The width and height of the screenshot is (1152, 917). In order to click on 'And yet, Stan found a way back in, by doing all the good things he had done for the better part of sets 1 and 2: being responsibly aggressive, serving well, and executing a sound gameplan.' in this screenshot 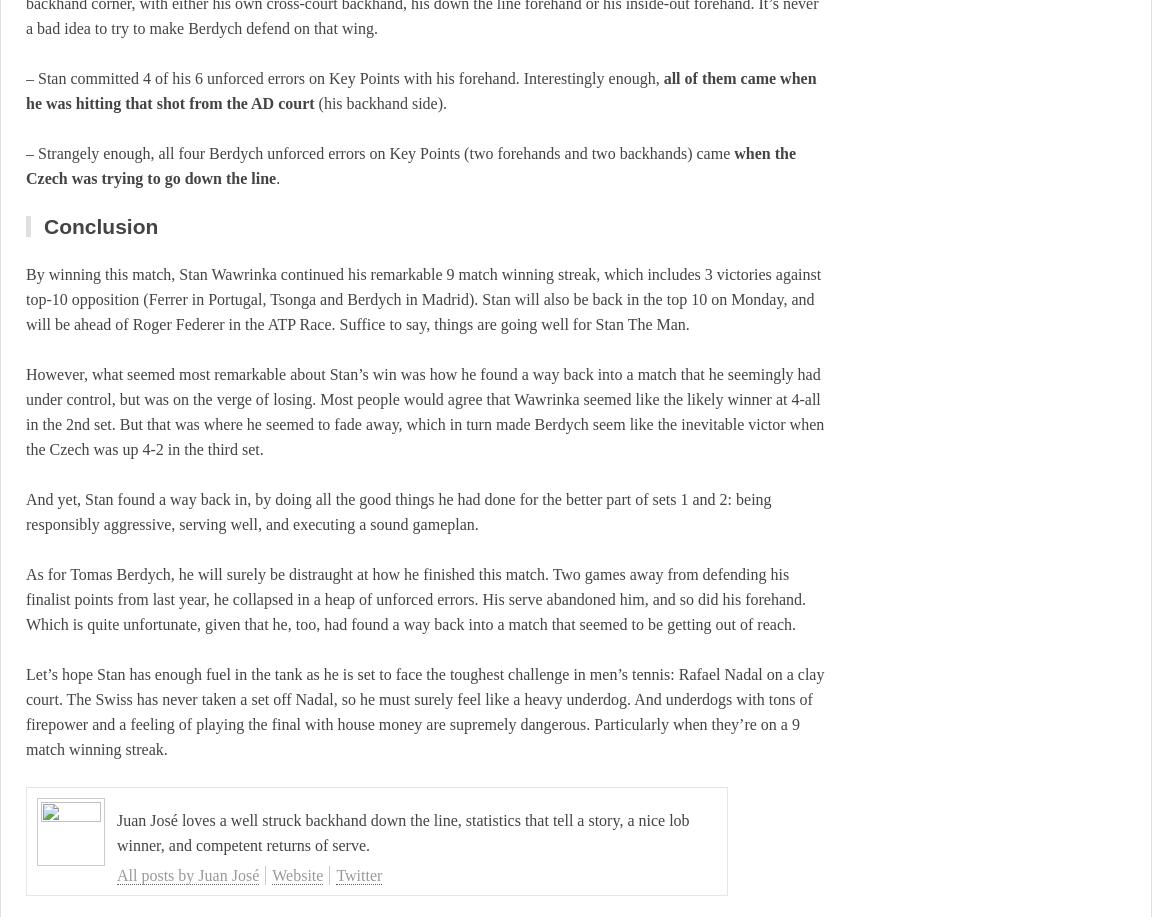, I will do `click(25, 510)`.